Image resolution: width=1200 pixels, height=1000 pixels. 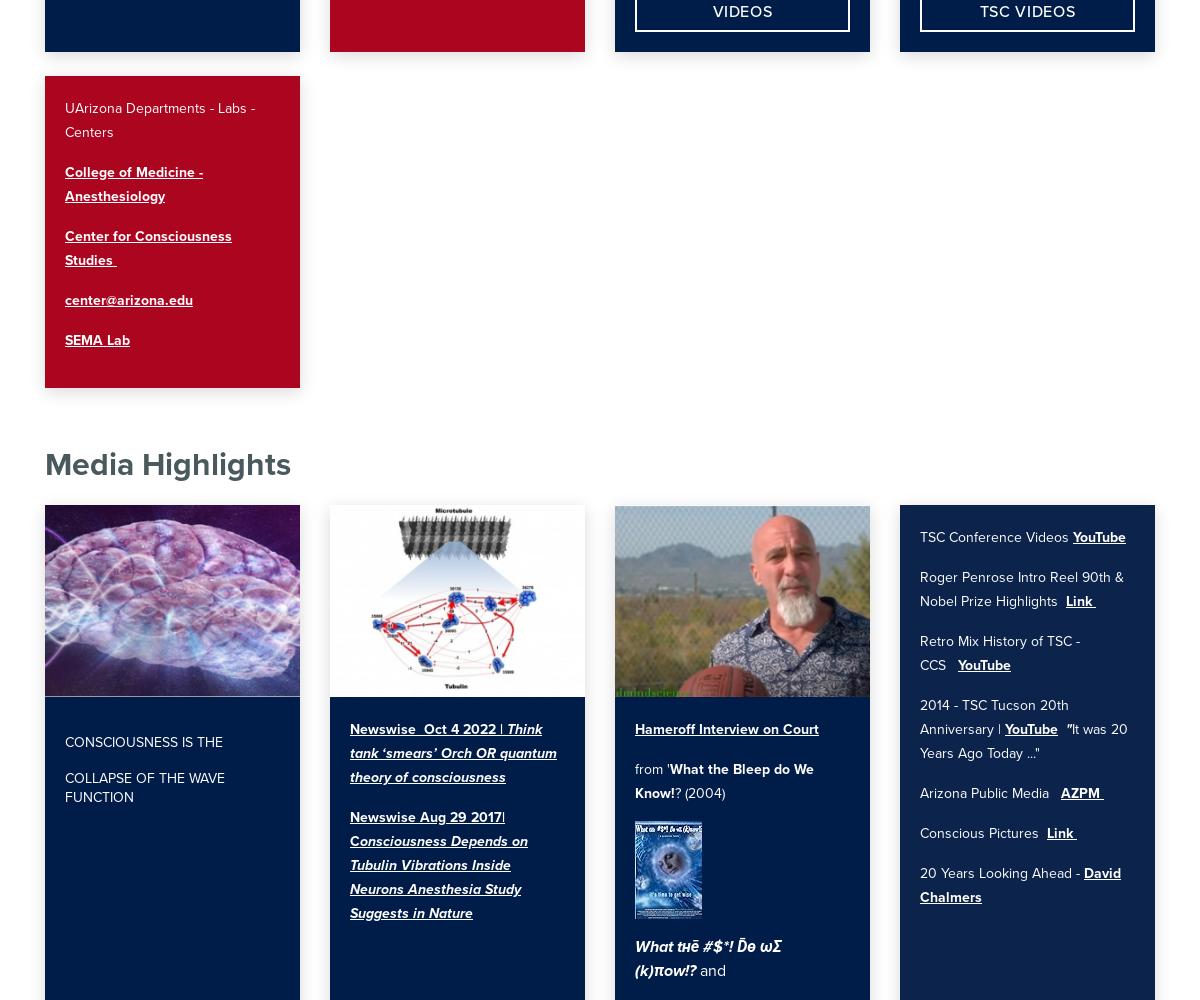 What do you see at coordinates (144, 788) in the screenshot?
I see `'collapse of the wave function'` at bounding box center [144, 788].